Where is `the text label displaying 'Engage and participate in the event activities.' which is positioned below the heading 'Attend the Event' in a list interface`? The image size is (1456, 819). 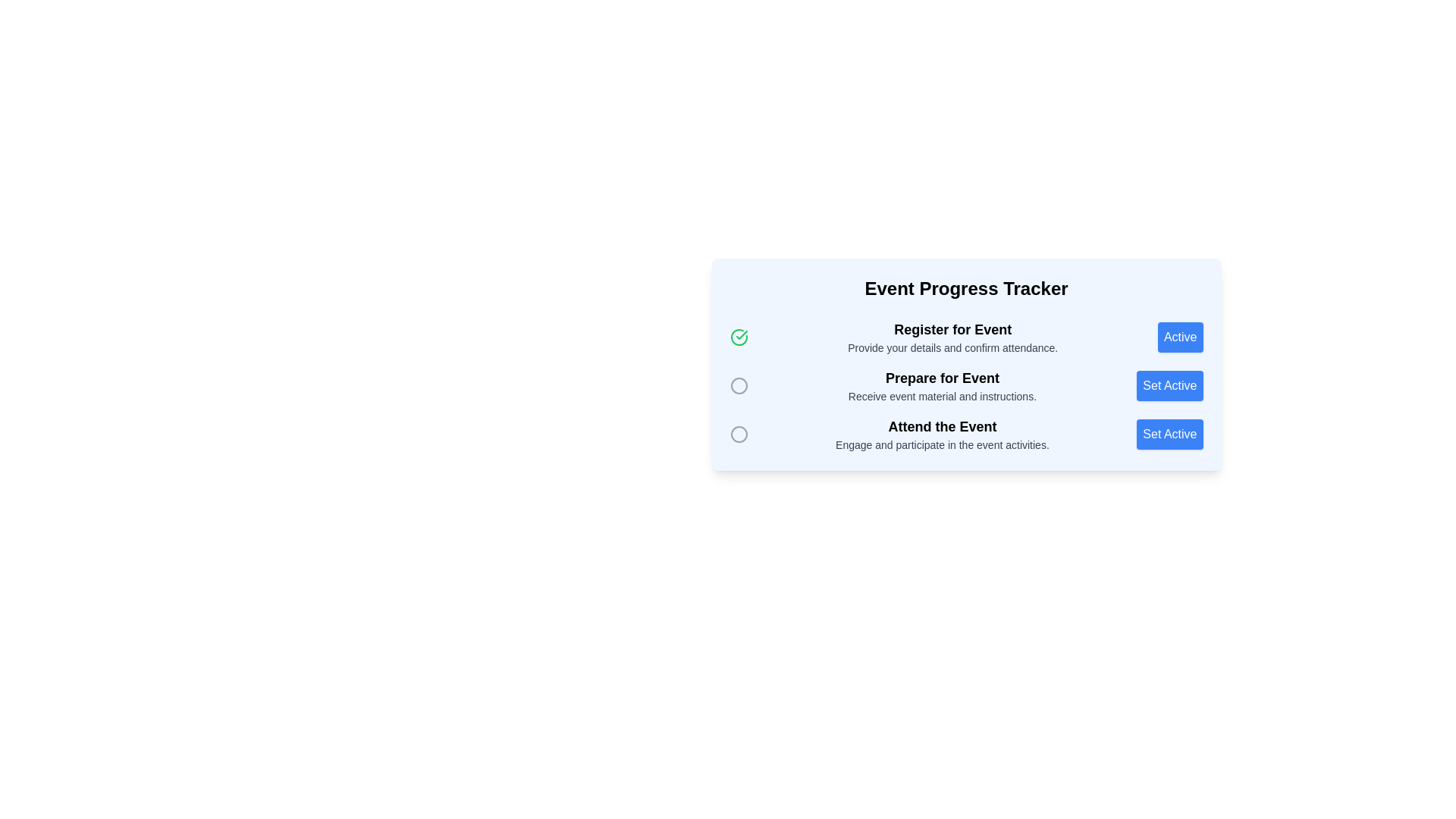
the text label displaying 'Engage and participate in the event activities.' which is positioned below the heading 'Attend the Event' in a list interface is located at coordinates (942, 444).